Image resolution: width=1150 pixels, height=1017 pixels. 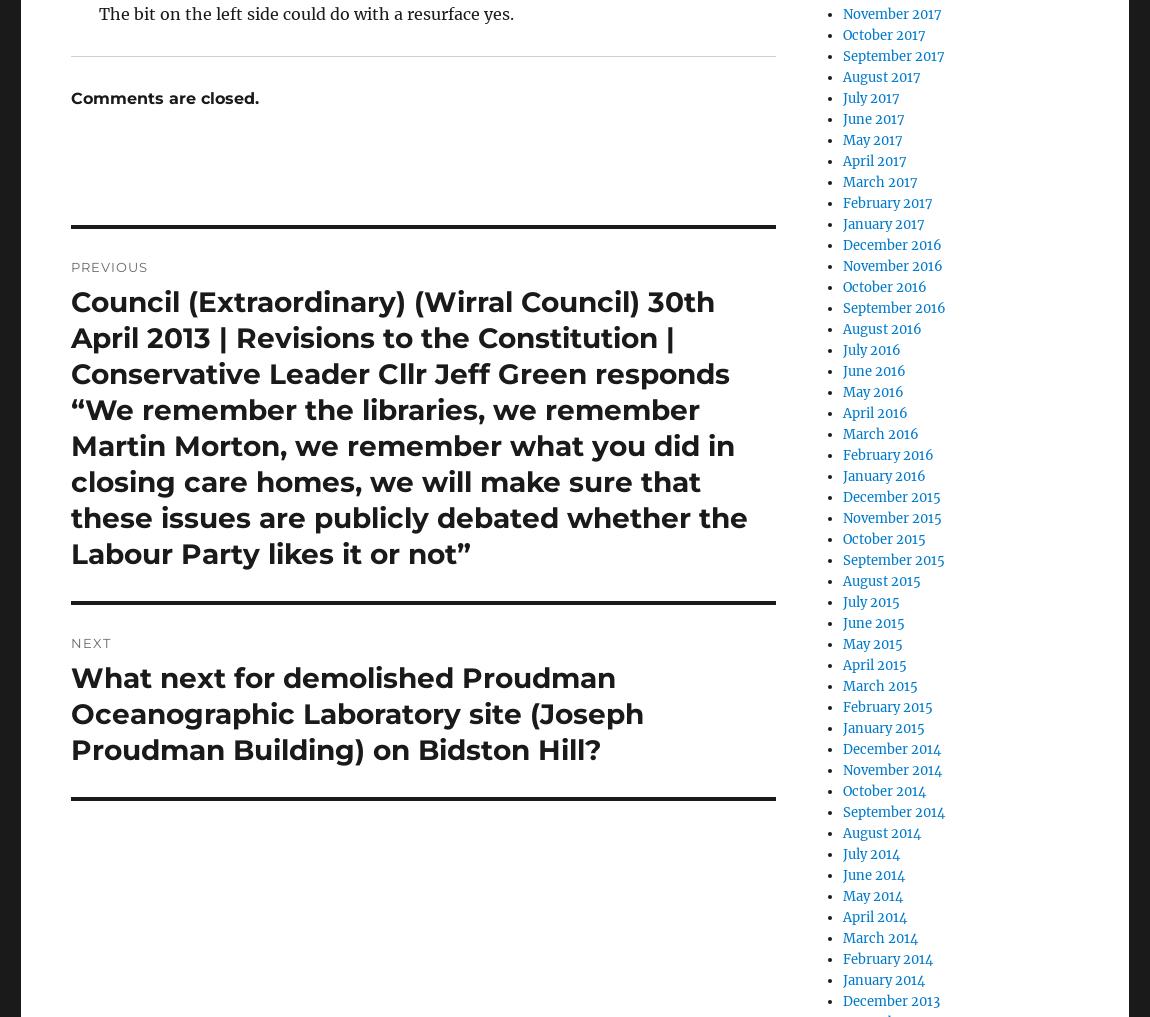 I want to click on 'June 2017', so click(x=874, y=118).